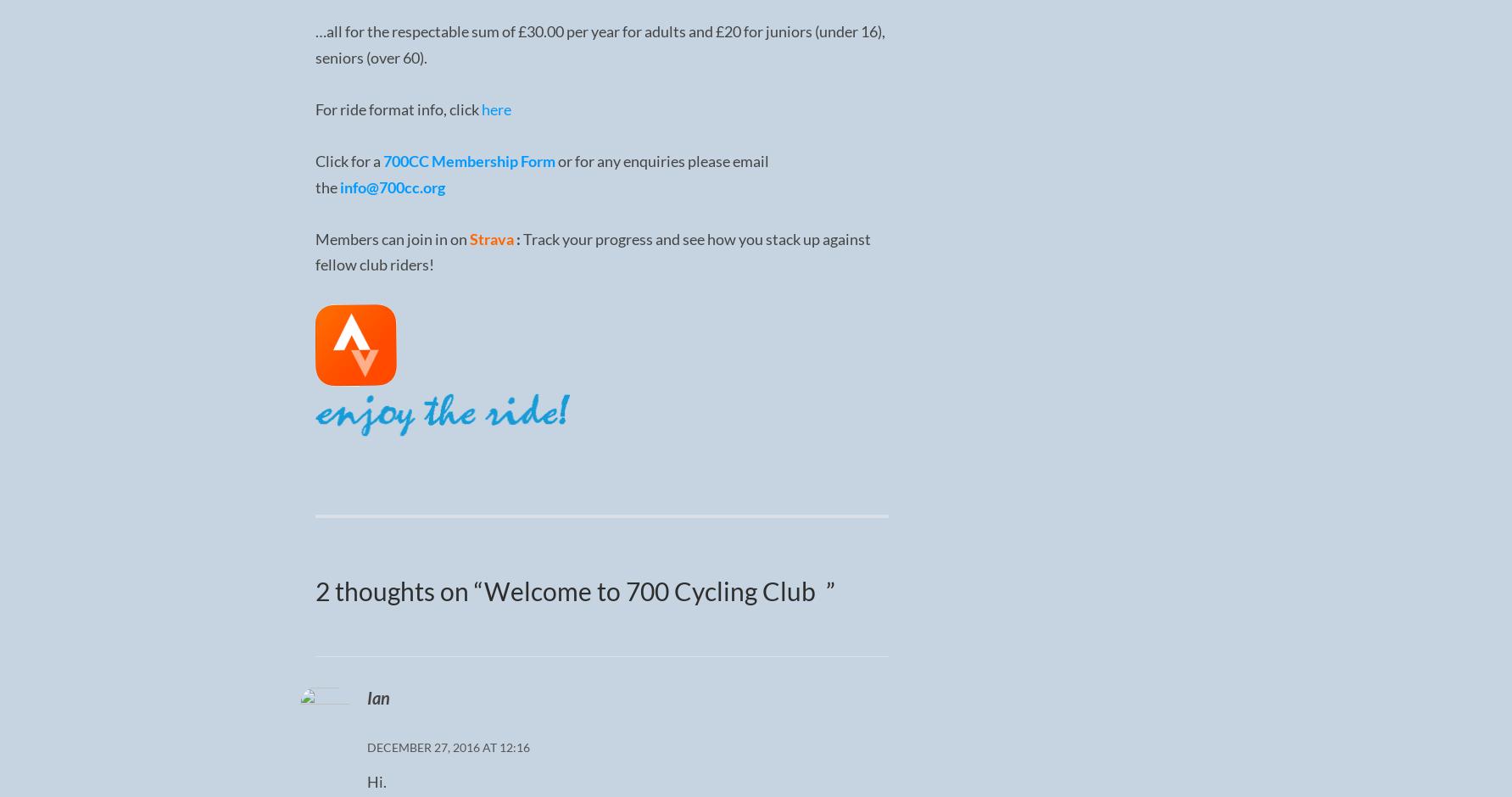 Image resolution: width=1512 pixels, height=797 pixels. What do you see at coordinates (591, 250) in the screenshot?
I see `'Track your progress and see how you stack up against fellow club riders!'` at bounding box center [591, 250].